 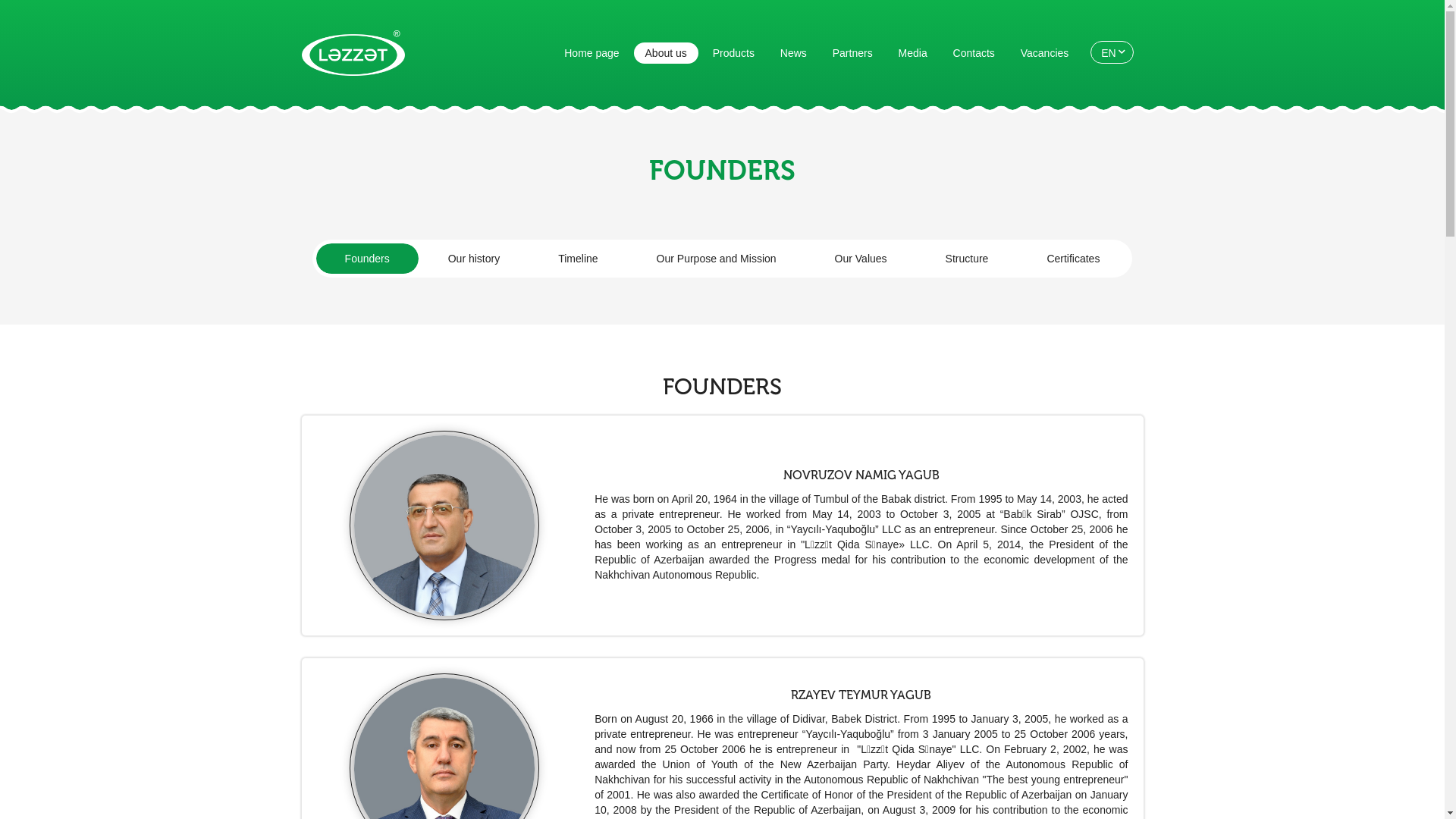 I want to click on 'Home page', so click(x=590, y=52).